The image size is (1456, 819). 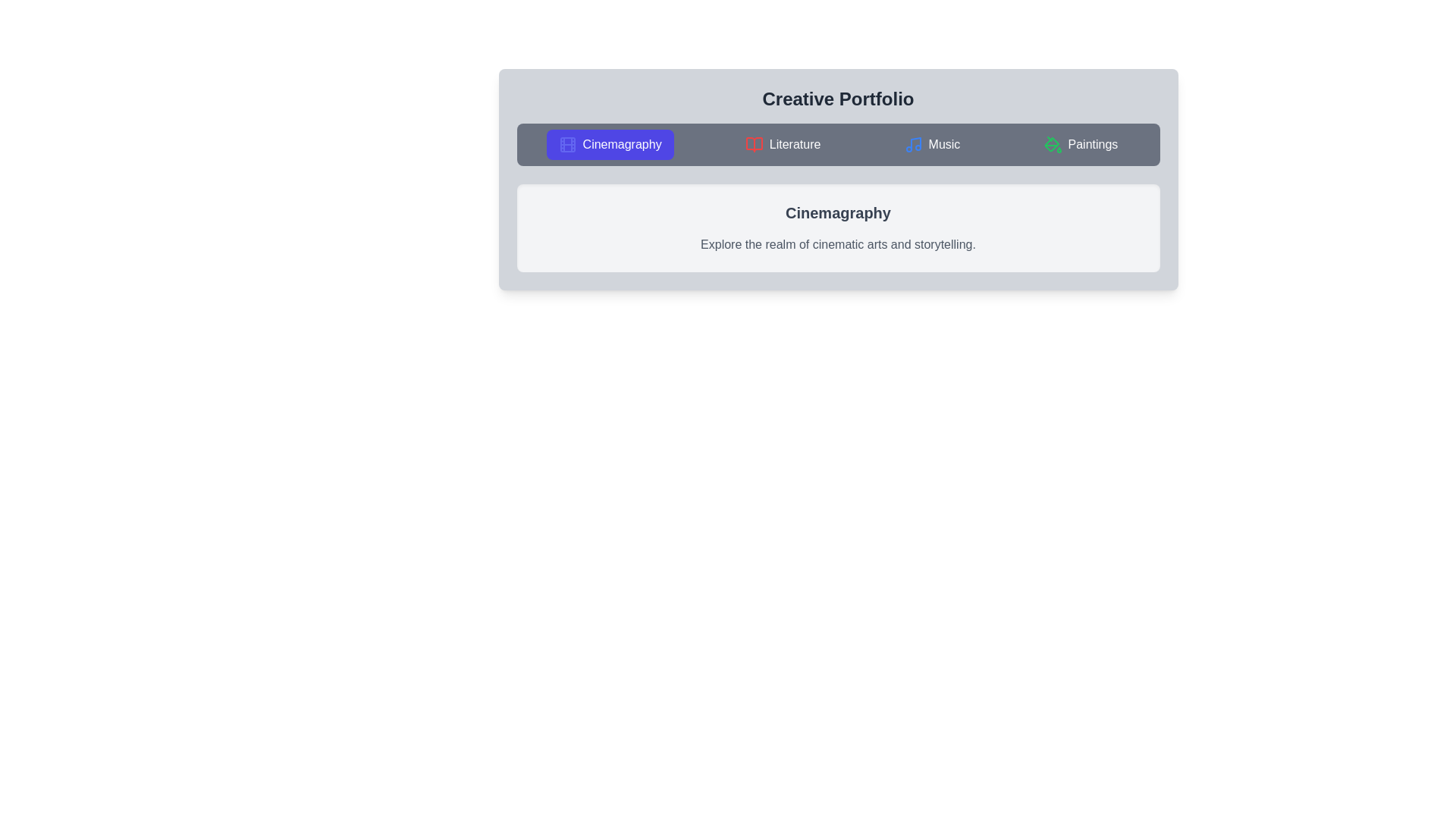 What do you see at coordinates (610, 145) in the screenshot?
I see `the tab labeled Cinemagraphy to activate it` at bounding box center [610, 145].